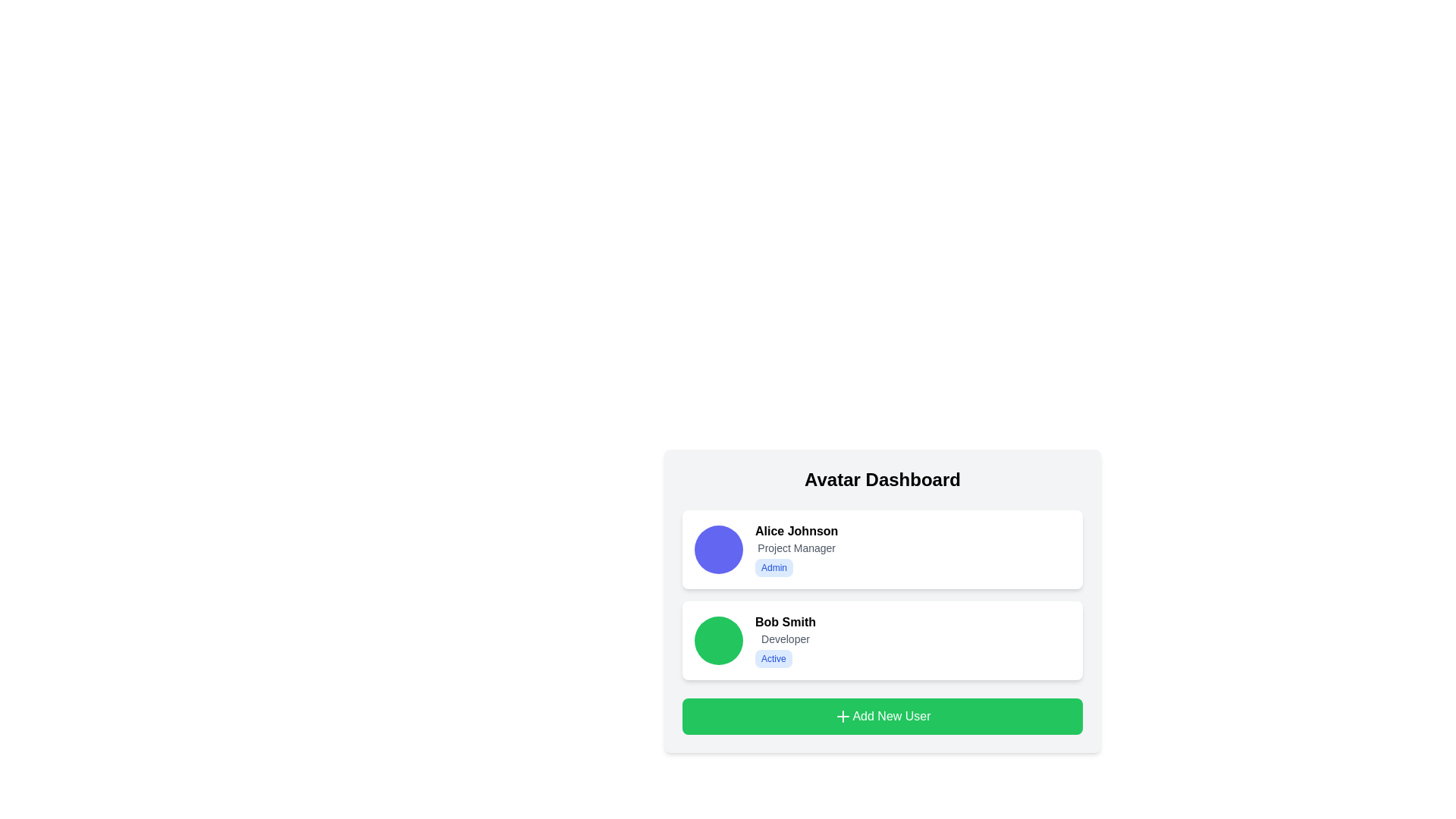 This screenshot has height=819, width=1456. What do you see at coordinates (795, 548) in the screenshot?
I see `the 'Project Manager' text label, which is styled in gray and located within the user information card on the Avatar Dashboard, positioned below 'Alice Johnson' and above 'Admin'` at bounding box center [795, 548].